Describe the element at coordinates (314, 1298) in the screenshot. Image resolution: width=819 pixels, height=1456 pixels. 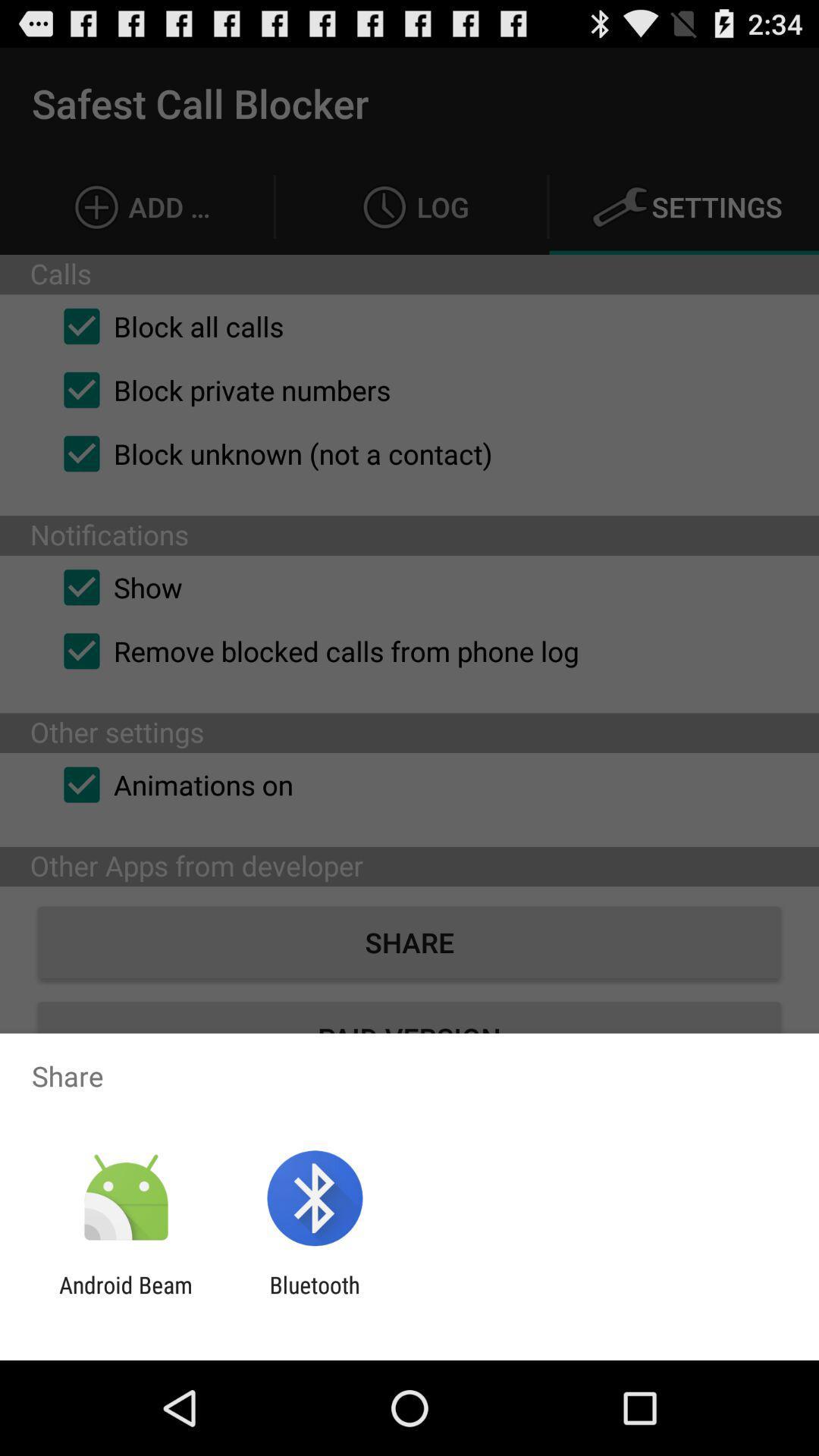
I see `bluetooth` at that location.